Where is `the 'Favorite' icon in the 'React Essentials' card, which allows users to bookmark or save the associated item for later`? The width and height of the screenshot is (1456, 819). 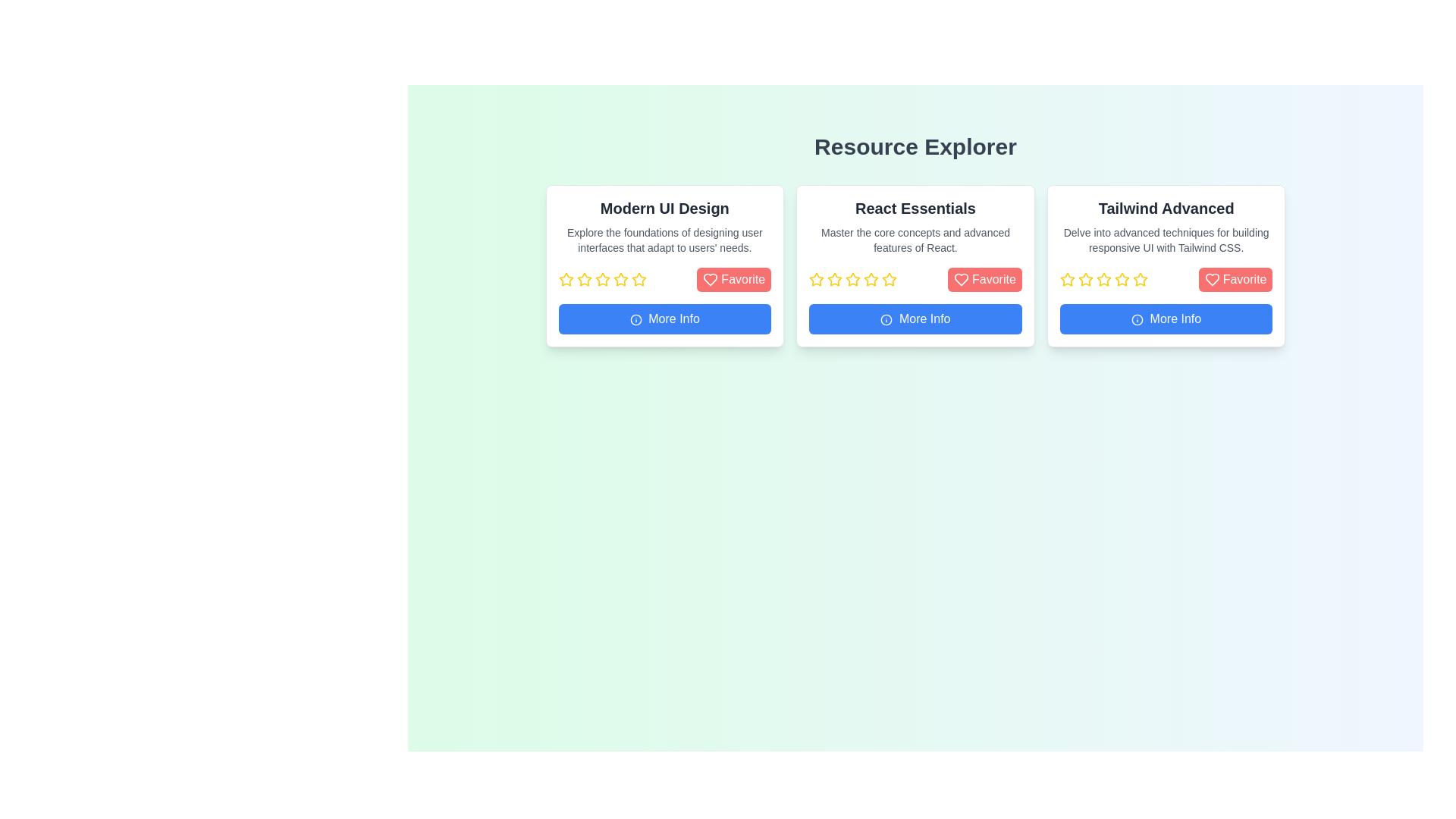 the 'Favorite' icon in the 'React Essentials' card, which allows users to bookmark or save the associated item for later is located at coordinates (960, 280).